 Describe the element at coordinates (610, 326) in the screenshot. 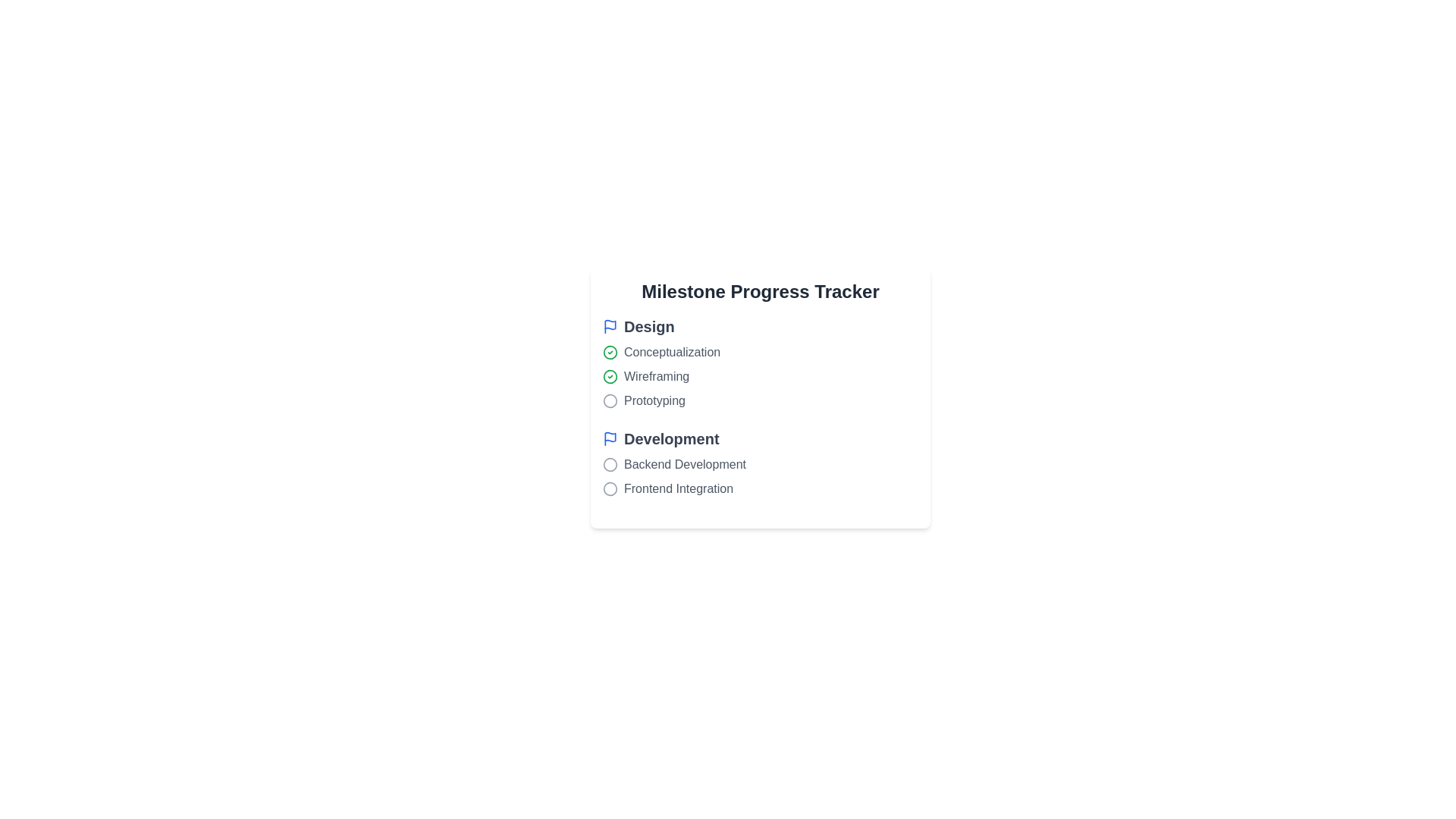

I see `the blue stroke flag icon with a wavy design located in the top-left corner of the 'Design' section, adjacent to the heading text 'Design'` at that location.